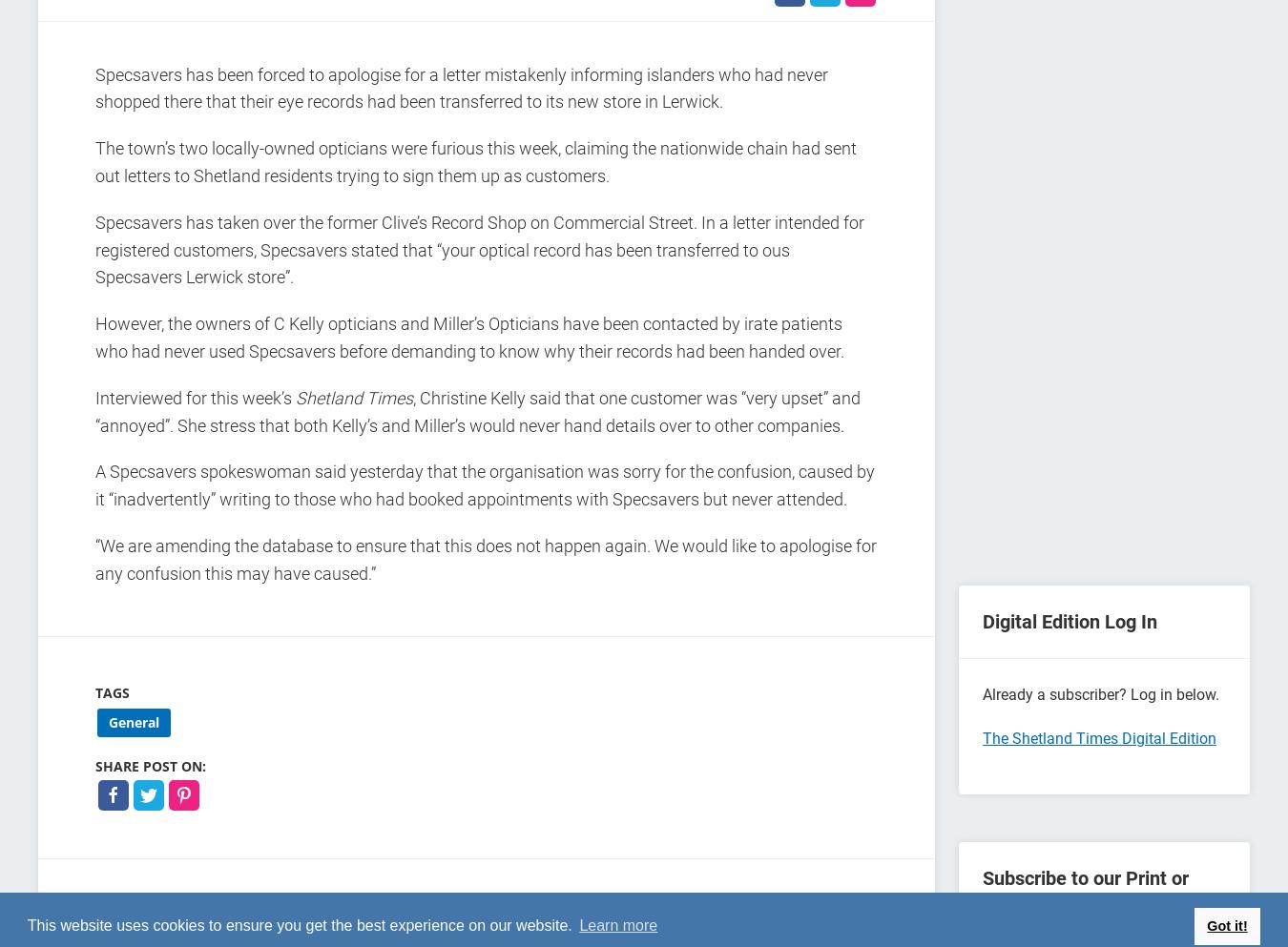 The height and width of the screenshot is (947, 1288). I want to click on 'This website uses cookies to ensure you get the best experience on our website.', so click(301, 925).